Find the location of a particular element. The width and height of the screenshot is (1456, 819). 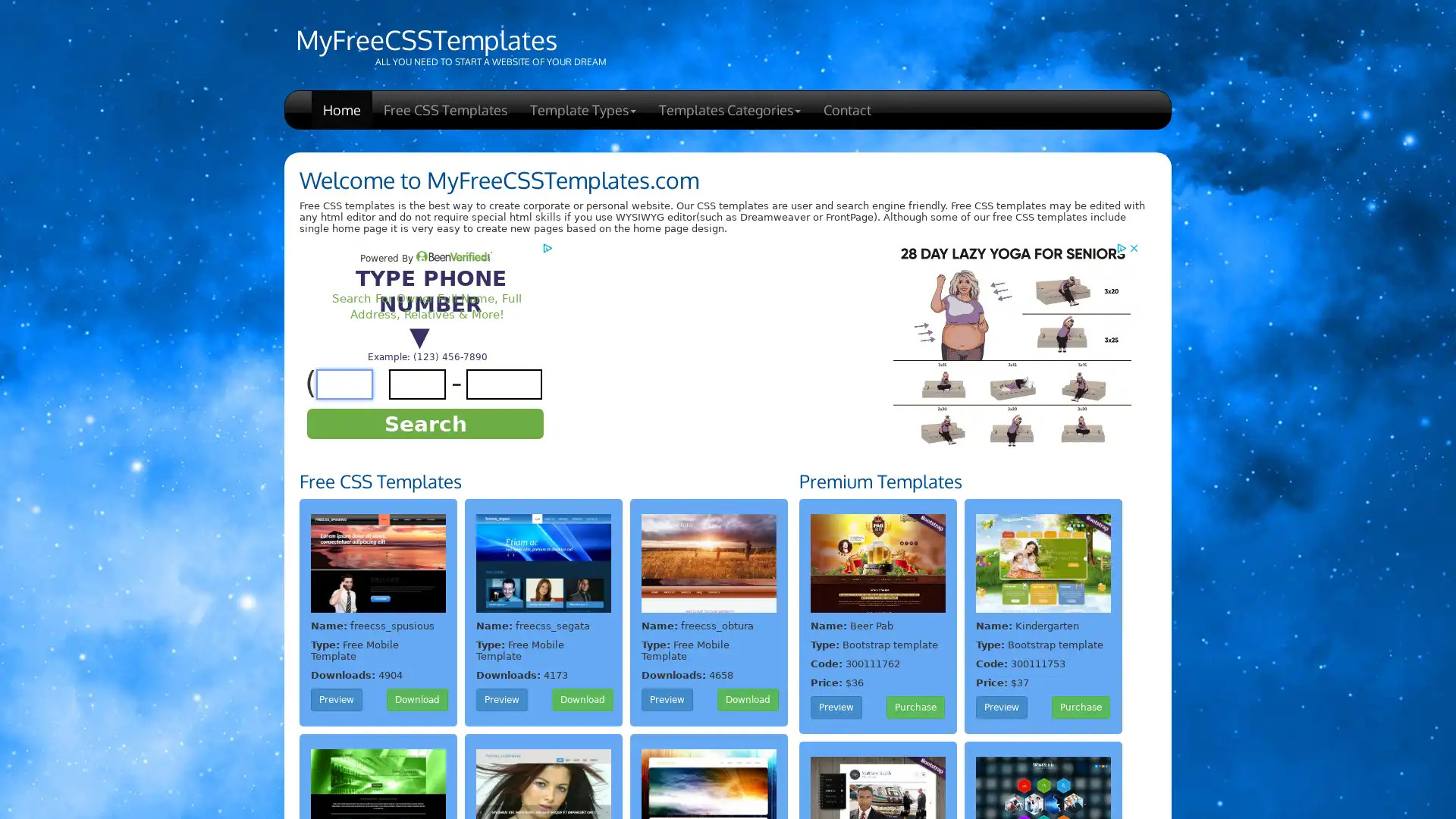

Download is located at coordinates (582, 699).